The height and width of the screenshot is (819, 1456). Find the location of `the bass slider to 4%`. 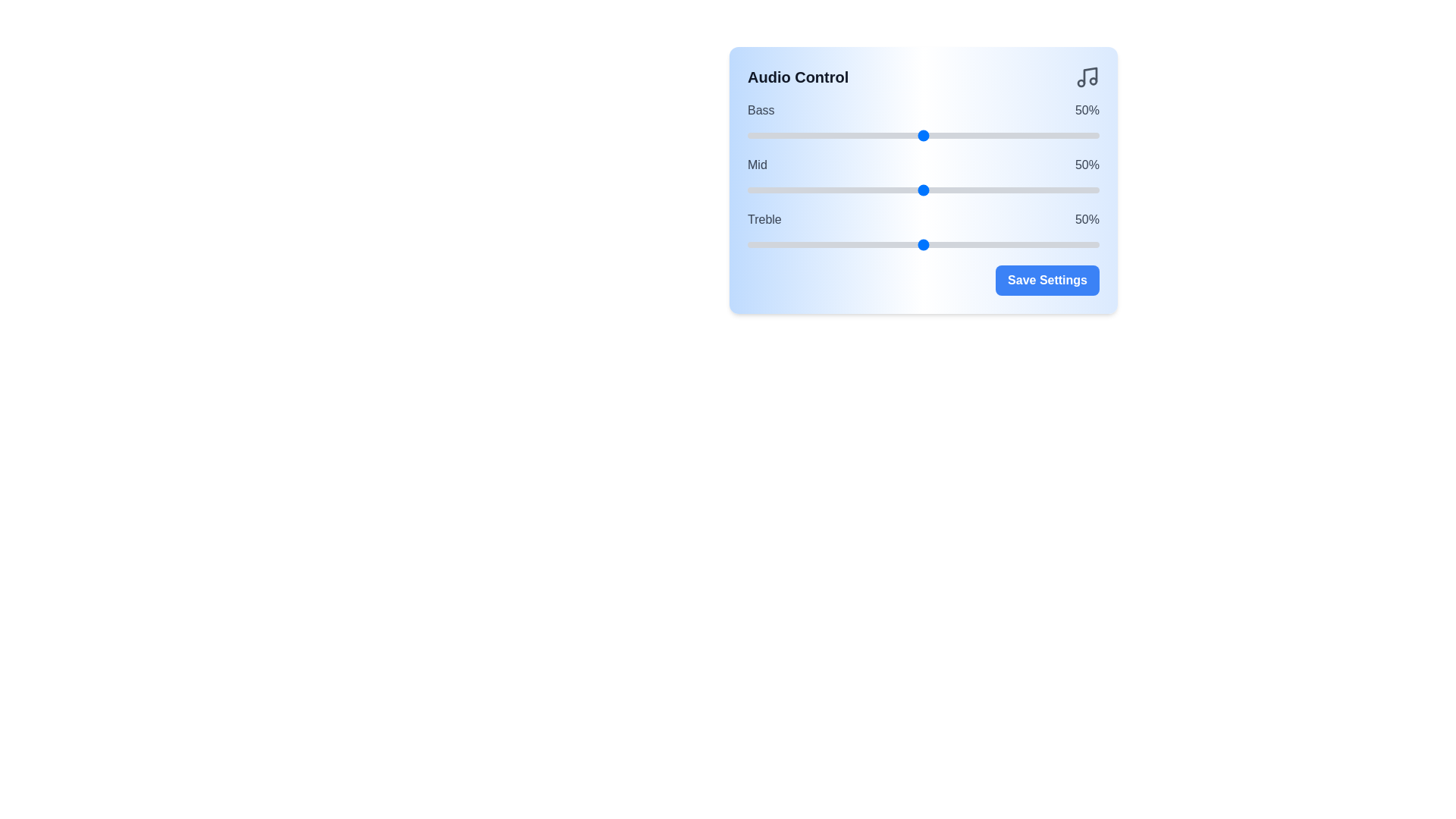

the bass slider to 4% is located at coordinates (761, 134).